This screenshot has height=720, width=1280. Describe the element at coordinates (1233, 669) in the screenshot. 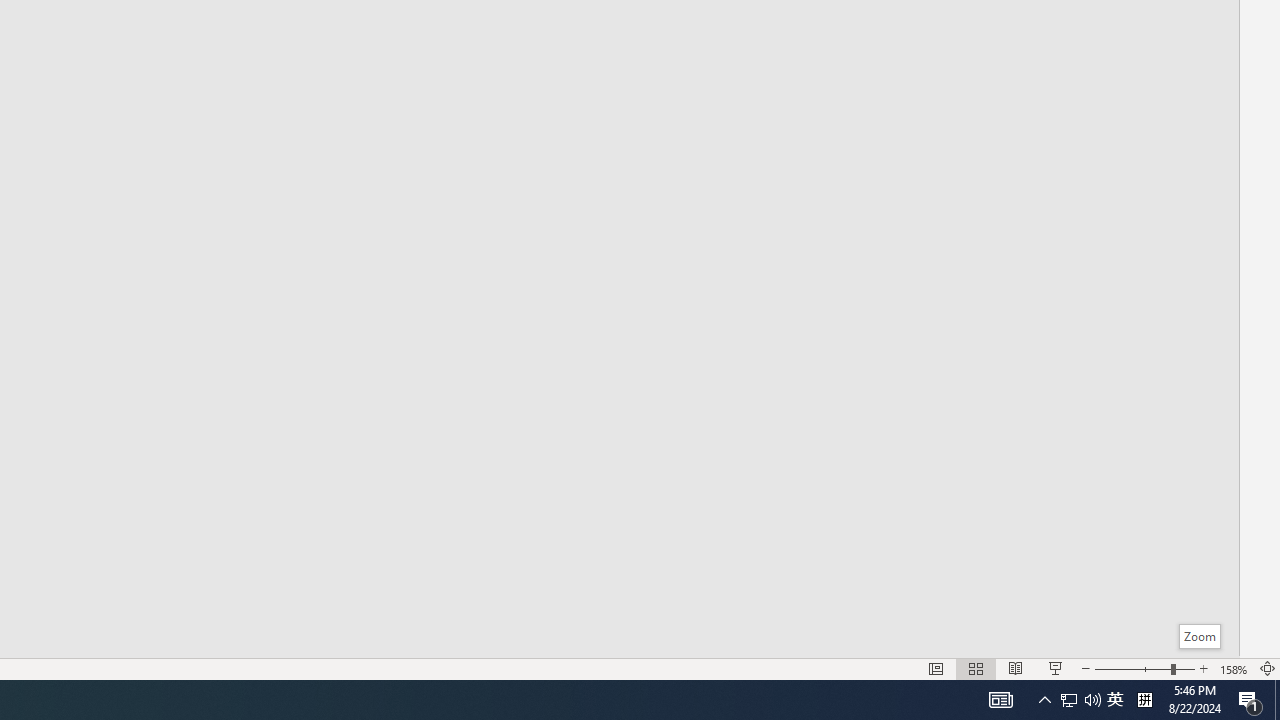

I see `'Zoom 158%'` at that location.